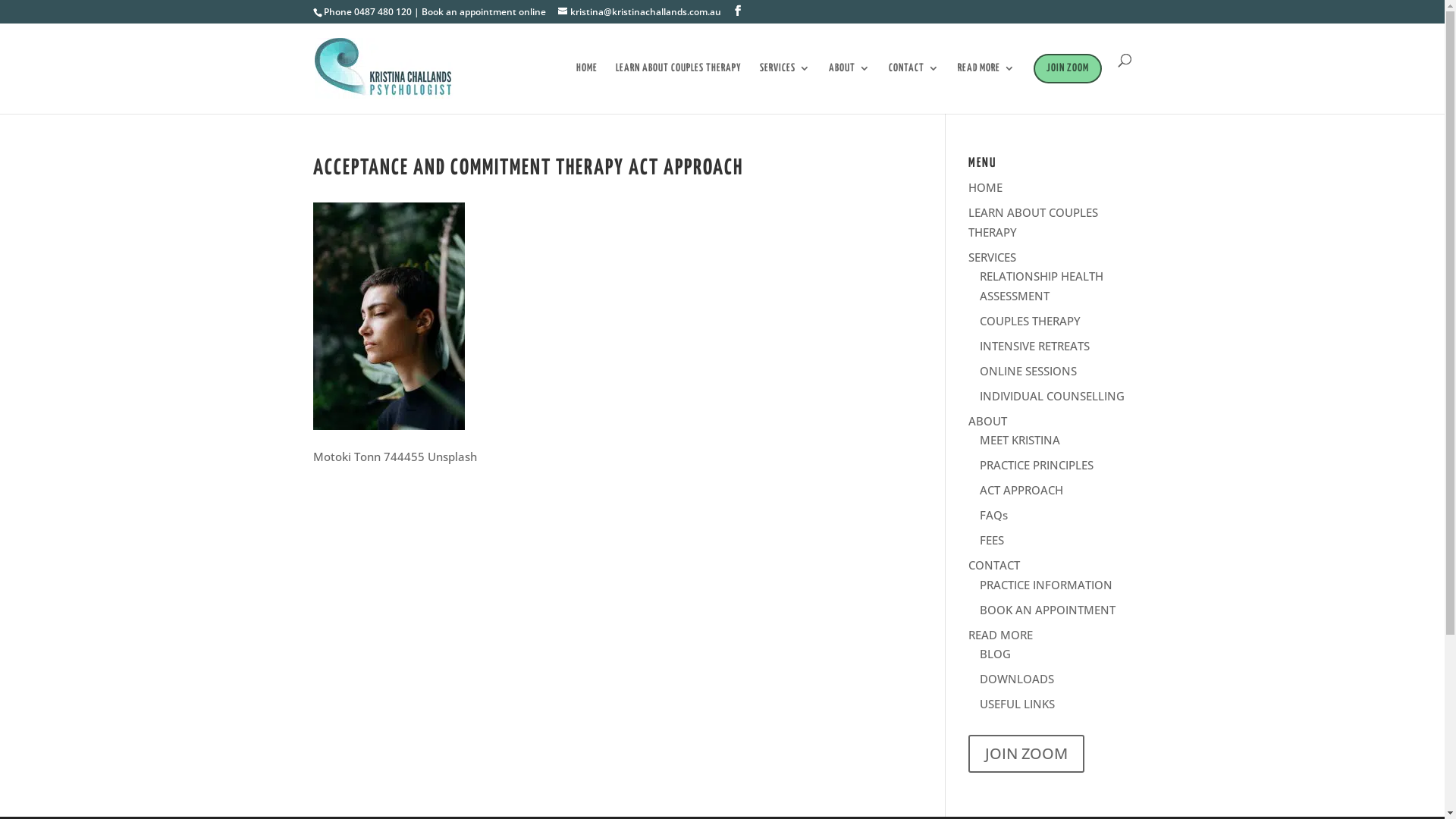  Describe the element at coordinates (985, 186) in the screenshot. I see `'HOME'` at that location.